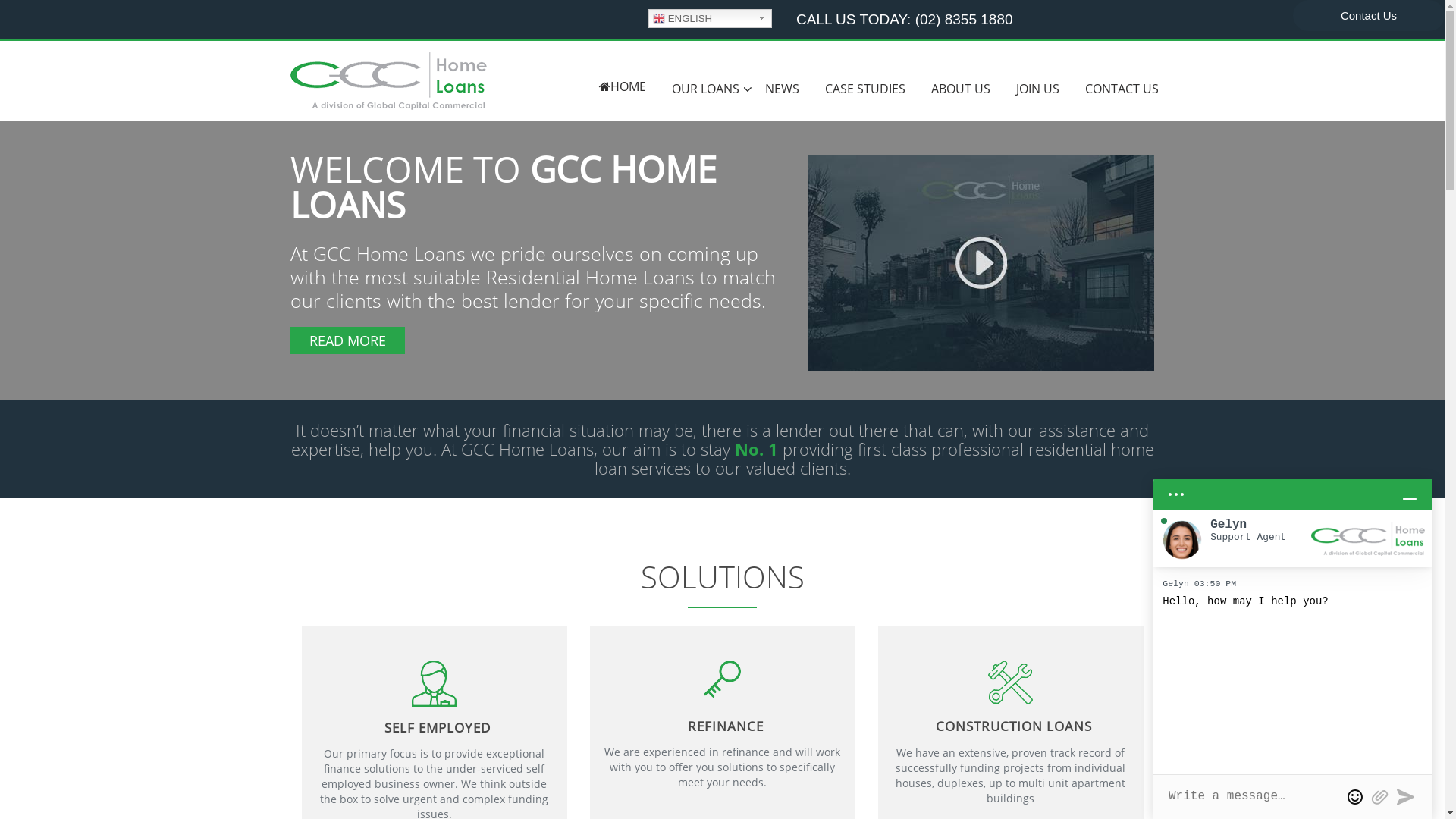  What do you see at coordinates (290, 80) in the screenshot?
I see `'GCC Home Loans'` at bounding box center [290, 80].